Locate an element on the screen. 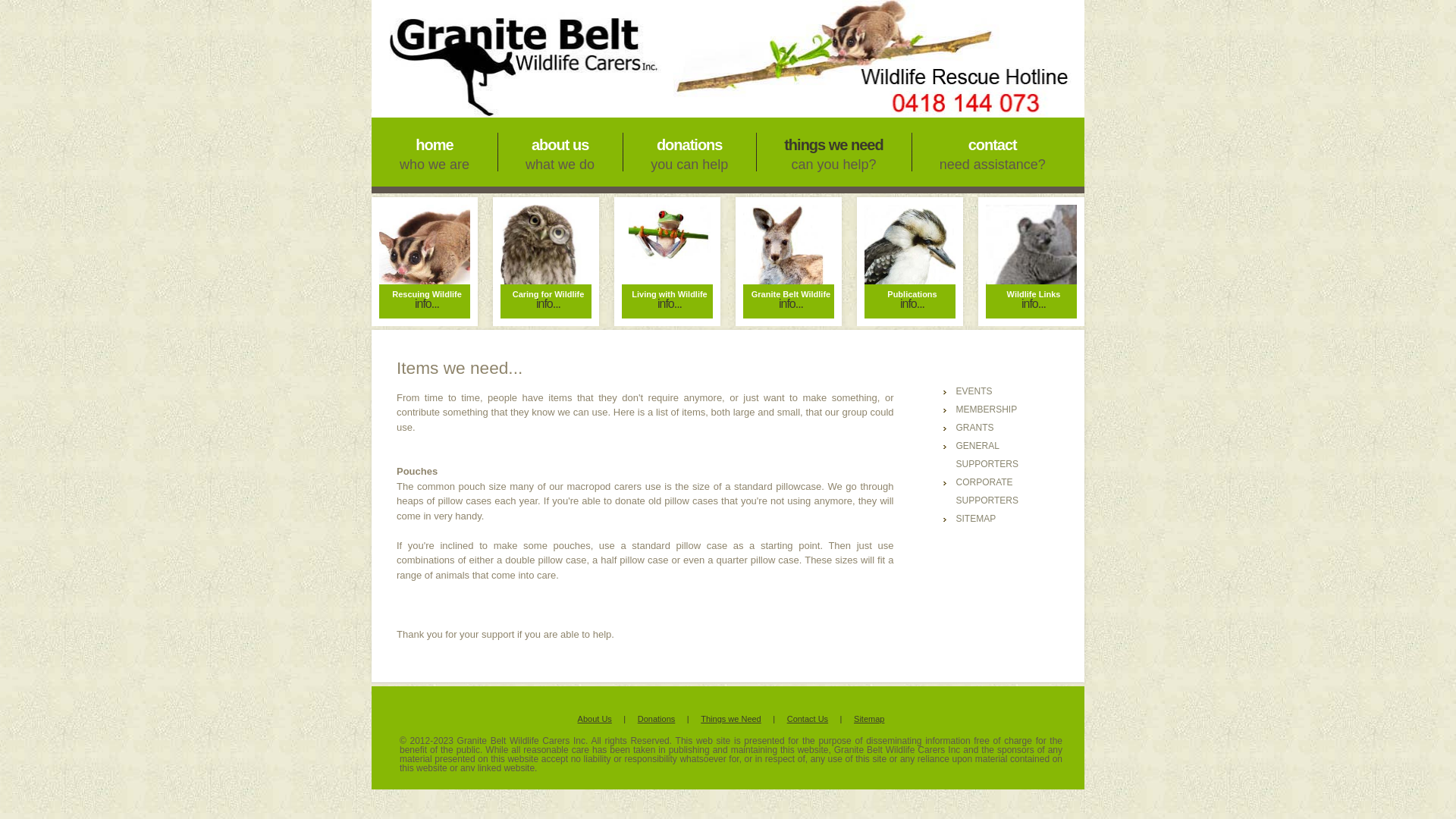 The width and height of the screenshot is (1456, 819). 'EVENTS' is located at coordinates (973, 391).